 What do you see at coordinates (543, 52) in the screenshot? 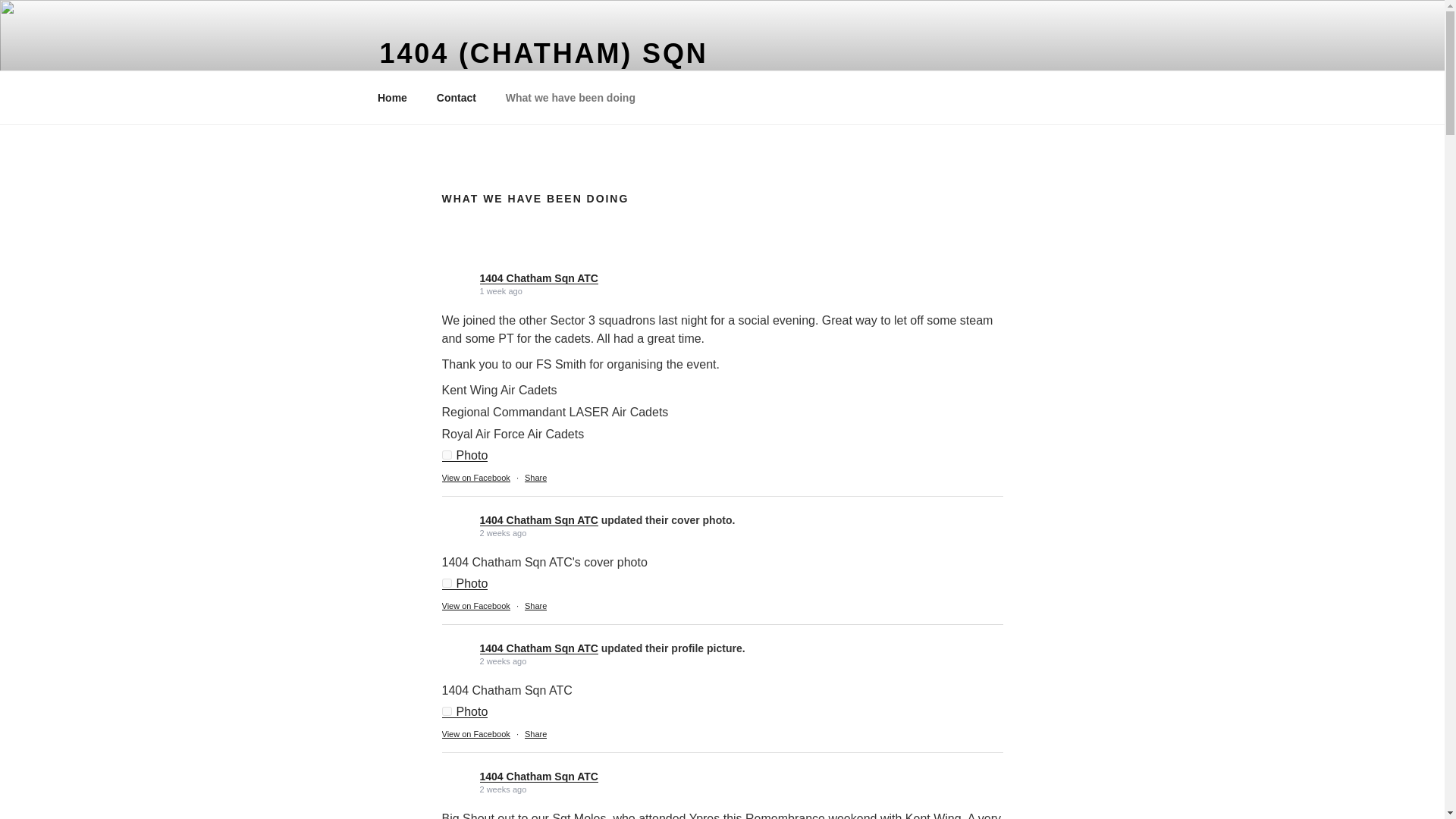
I see `'1404 (CHATHAM) SQN'` at bounding box center [543, 52].